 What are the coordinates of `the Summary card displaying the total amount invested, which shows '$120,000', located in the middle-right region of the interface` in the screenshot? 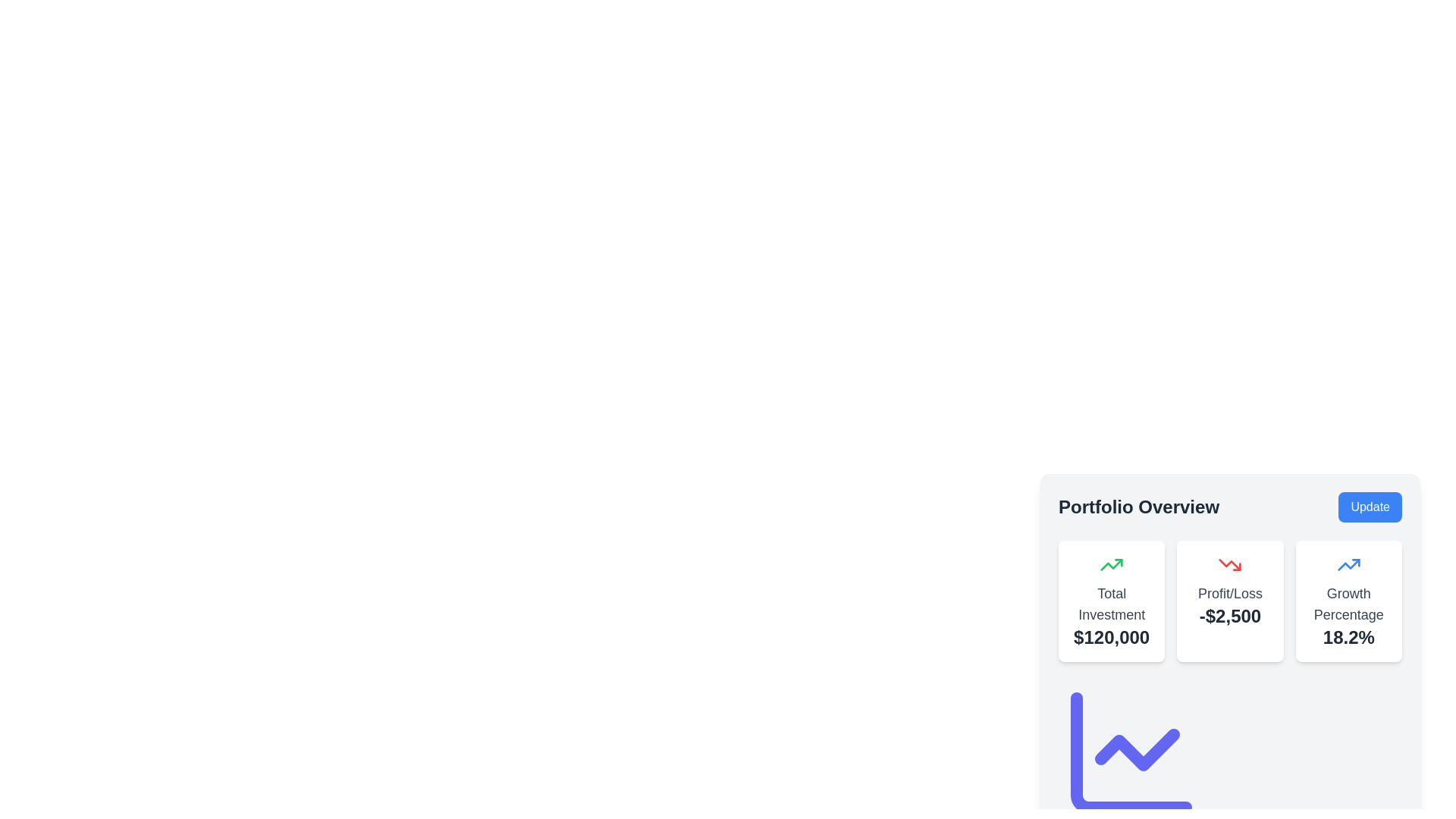 It's located at (1112, 601).